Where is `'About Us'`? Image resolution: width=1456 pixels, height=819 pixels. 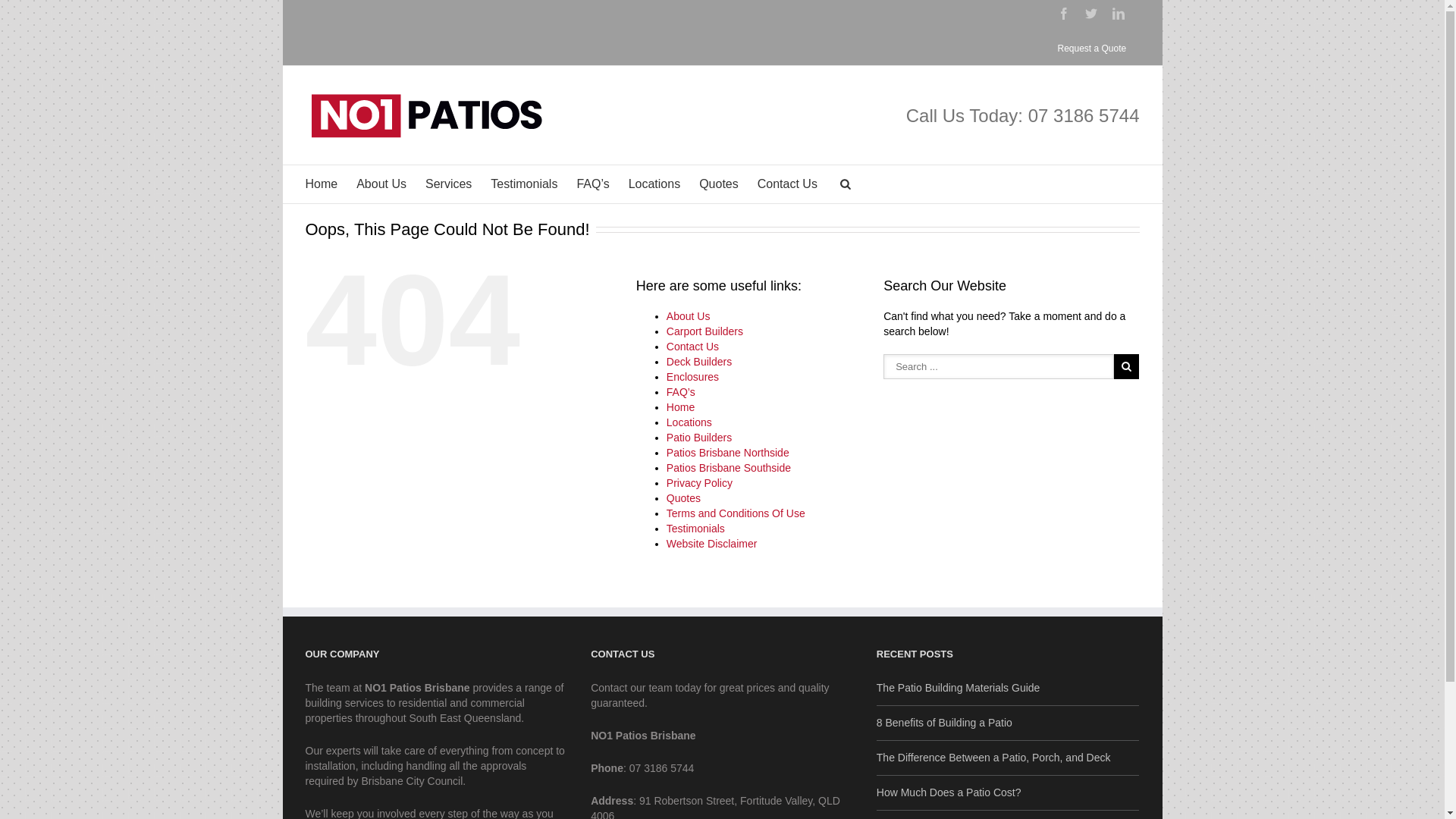
'About Us' is located at coordinates (687, 315).